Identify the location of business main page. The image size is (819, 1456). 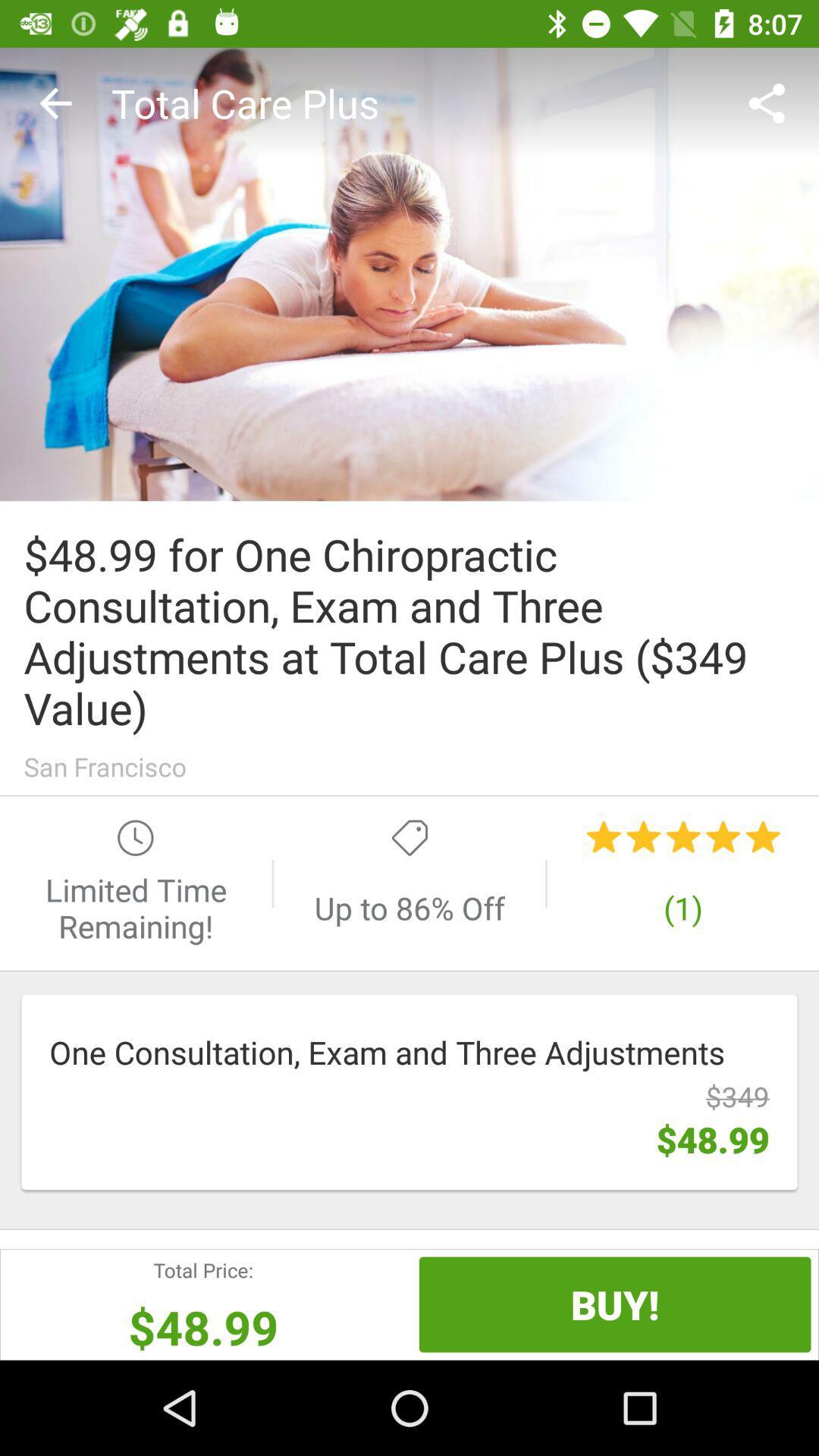
(409, 274).